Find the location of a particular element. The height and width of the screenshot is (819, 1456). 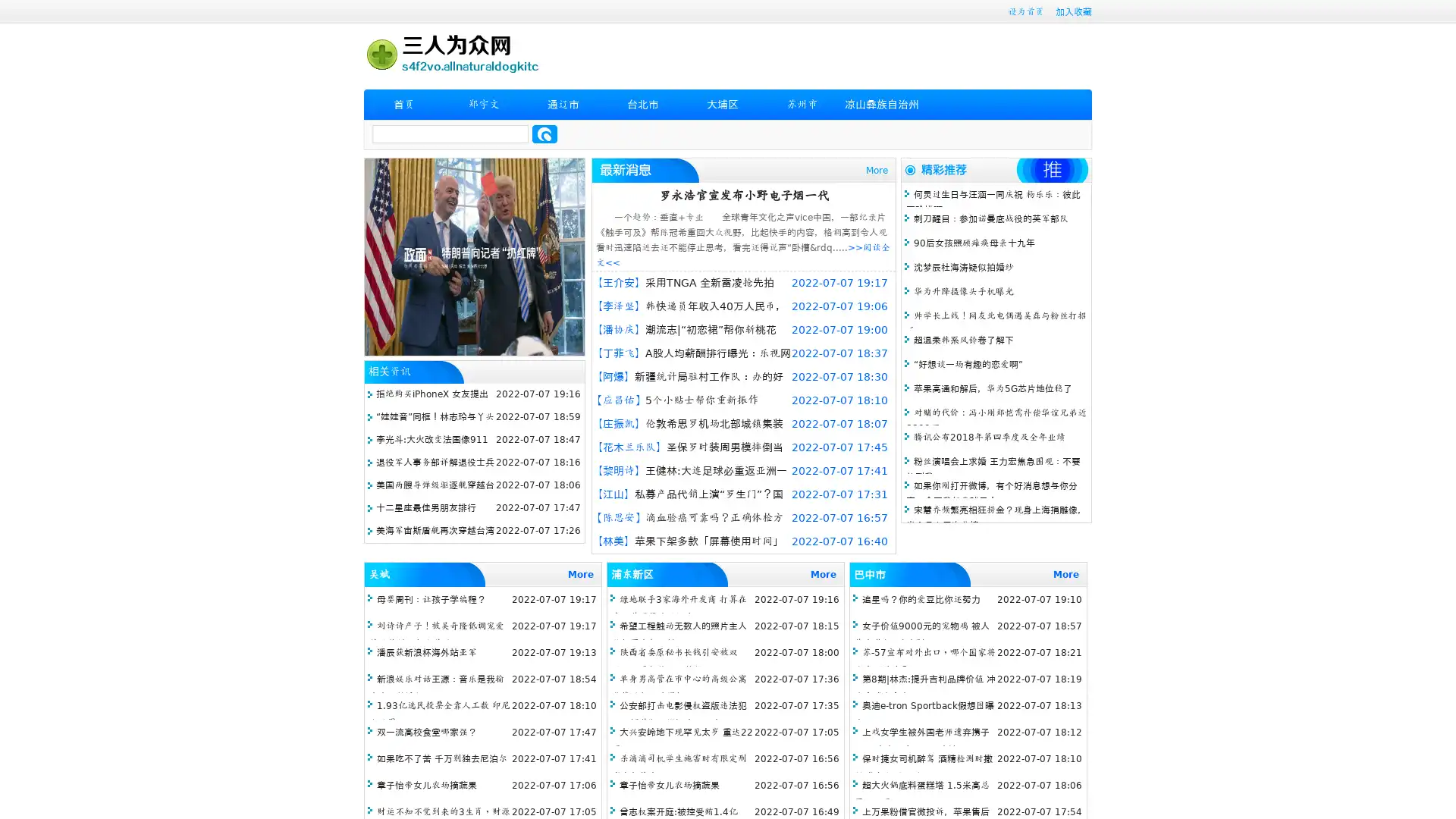

Search is located at coordinates (544, 133).